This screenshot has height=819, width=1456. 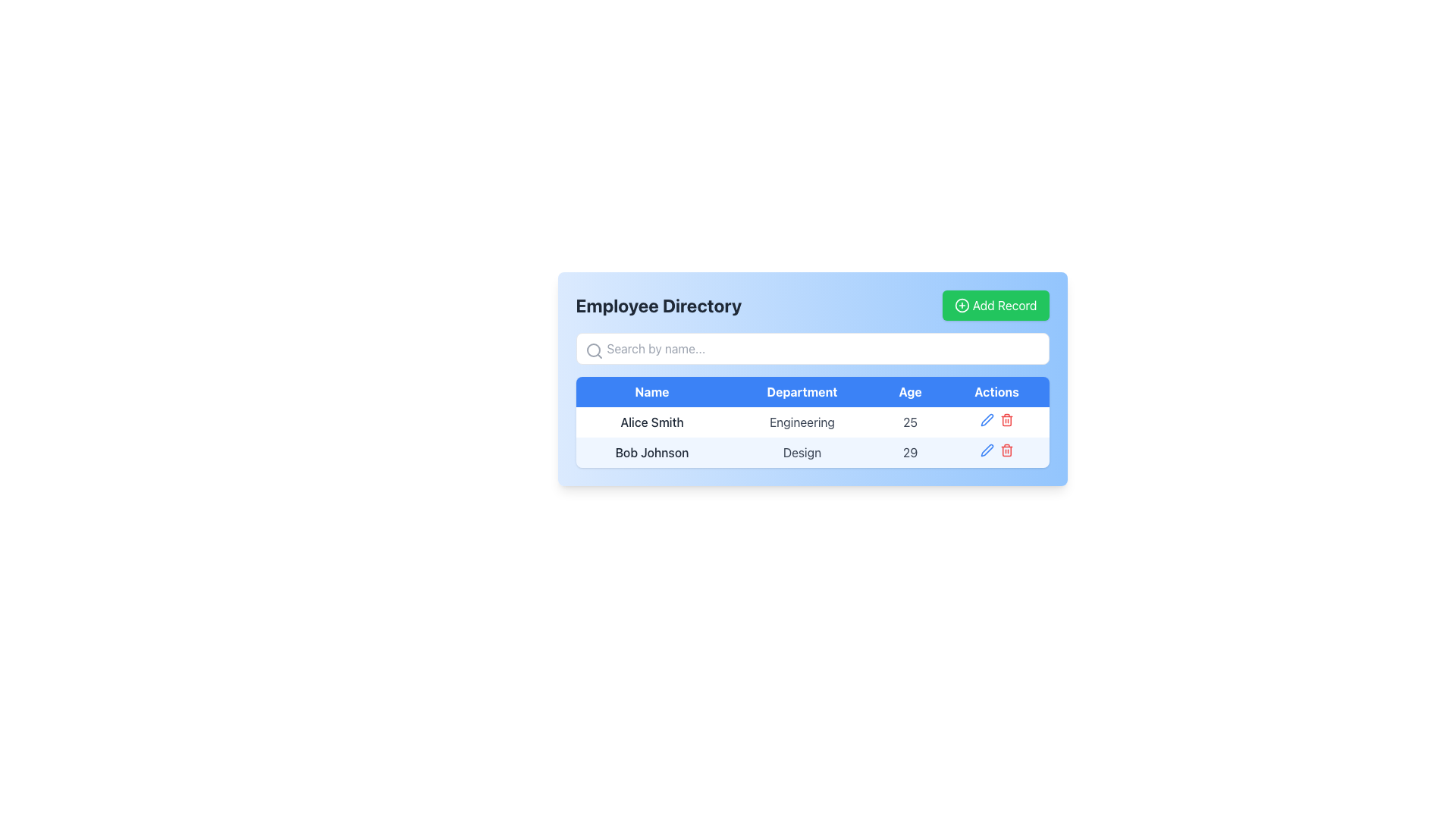 I want to click on the Table Header Cell that categorizes data related to names, located at the top-left corner of the data table body, so click(x=651, y=391).